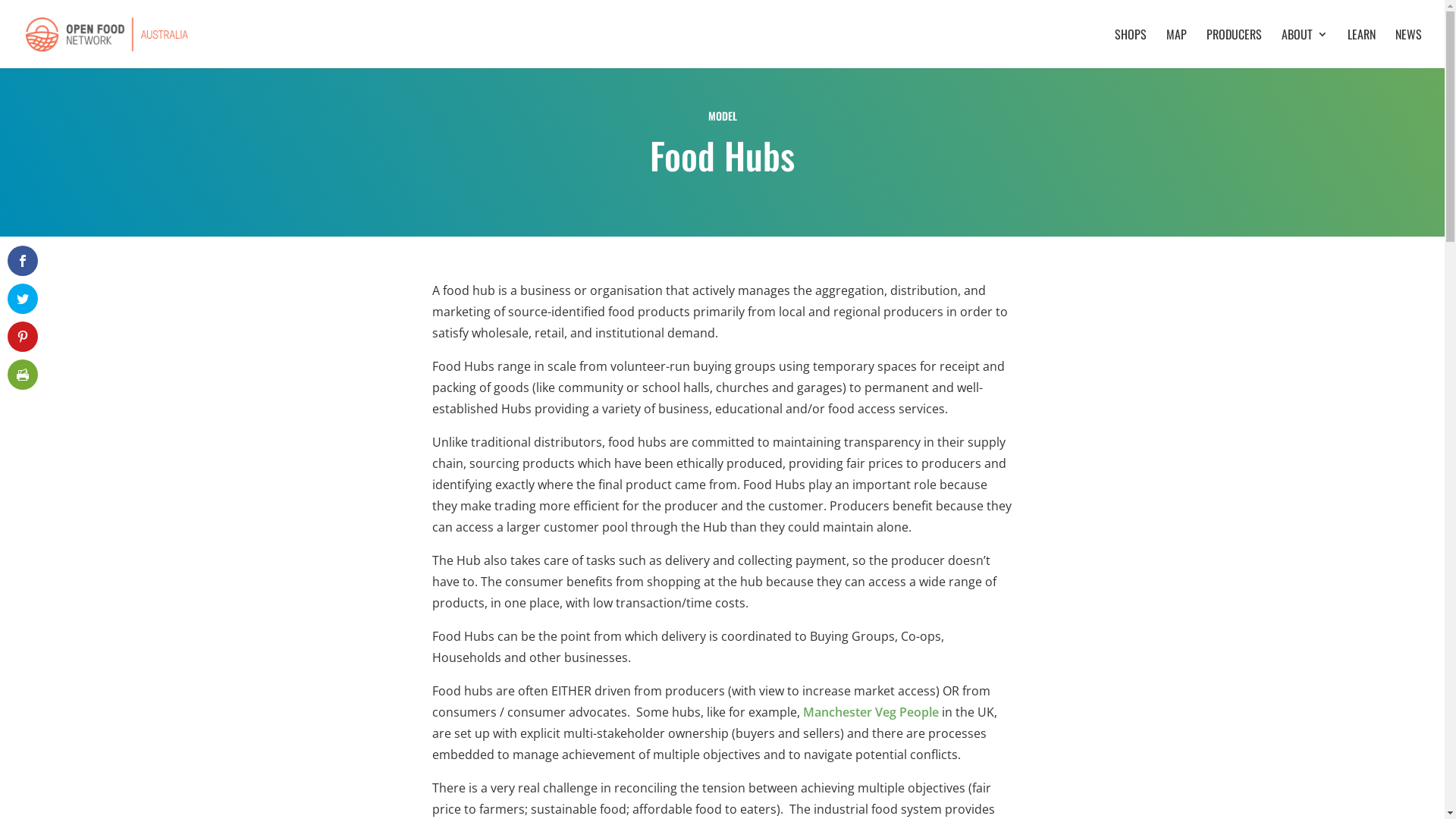 This screenshot has width=1456, height=819. What do you see at coordinates (1304, 48) in the screenshot?
I see `'ABOUT'` at bounding box center [1304, 48].